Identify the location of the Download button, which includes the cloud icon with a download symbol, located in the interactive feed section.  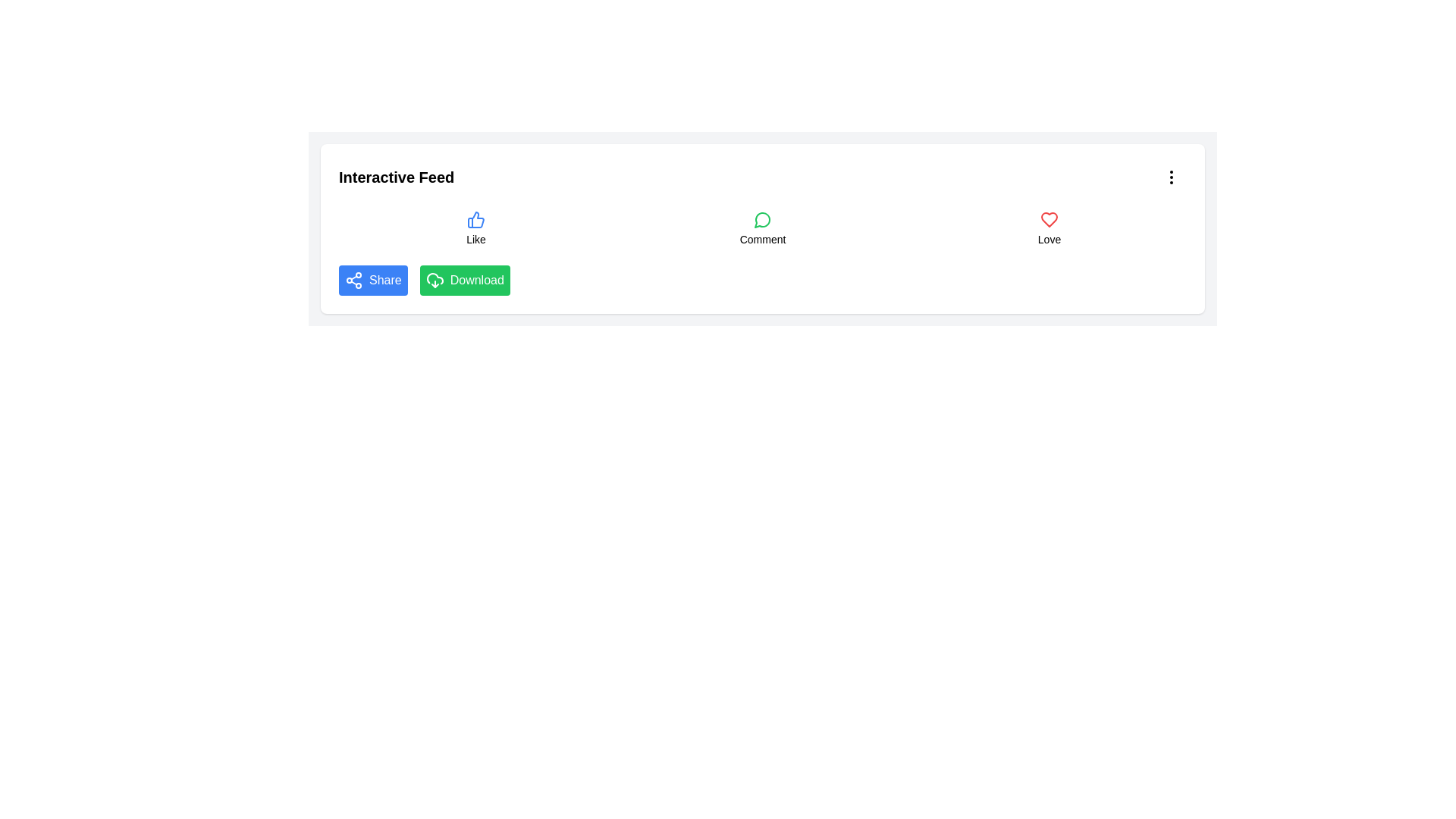
(434, 278).